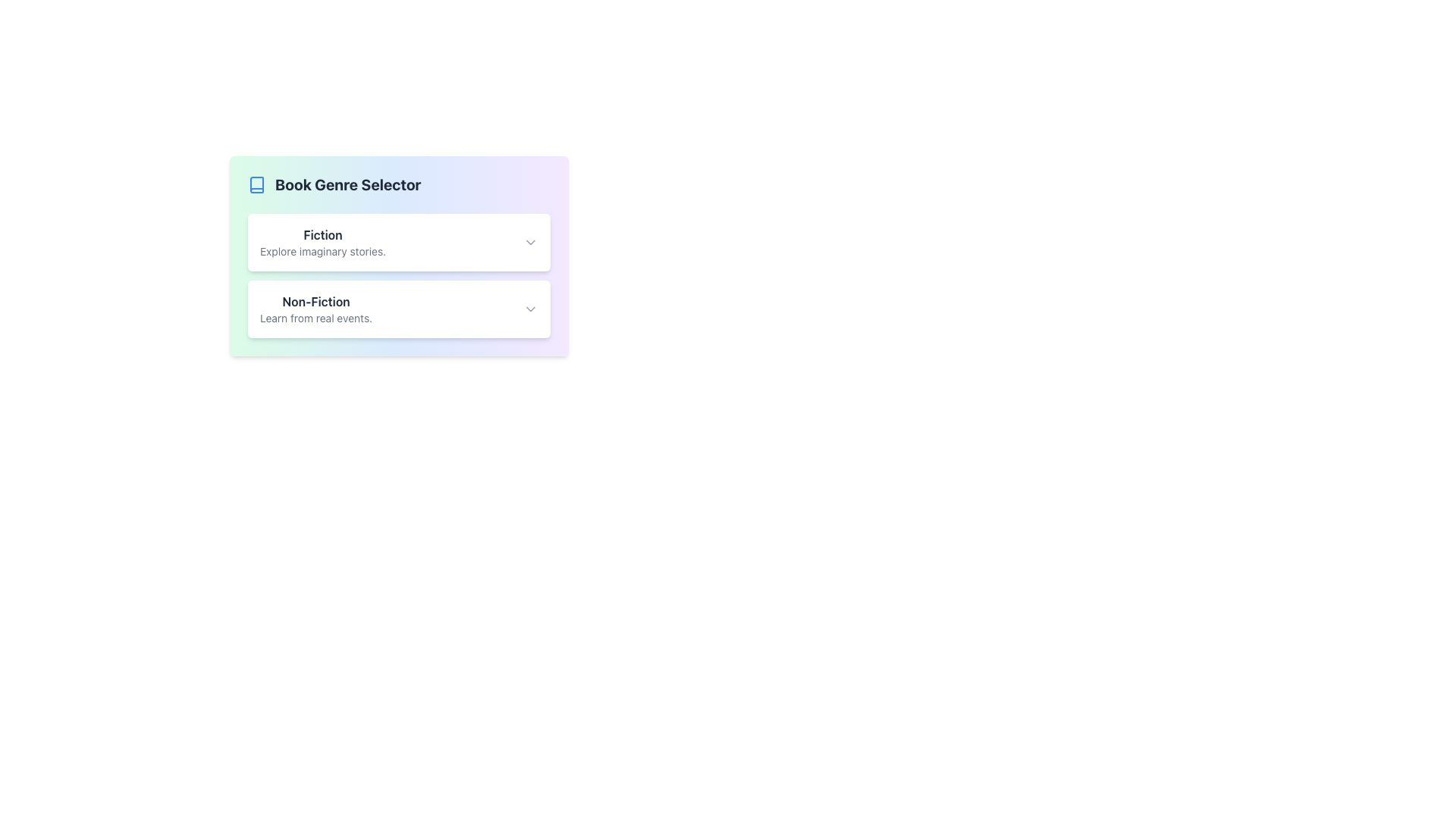  I want to click on the list item titled 'Fiction' with subtitle 'Explore imaginary stories.', so click(322, 242).